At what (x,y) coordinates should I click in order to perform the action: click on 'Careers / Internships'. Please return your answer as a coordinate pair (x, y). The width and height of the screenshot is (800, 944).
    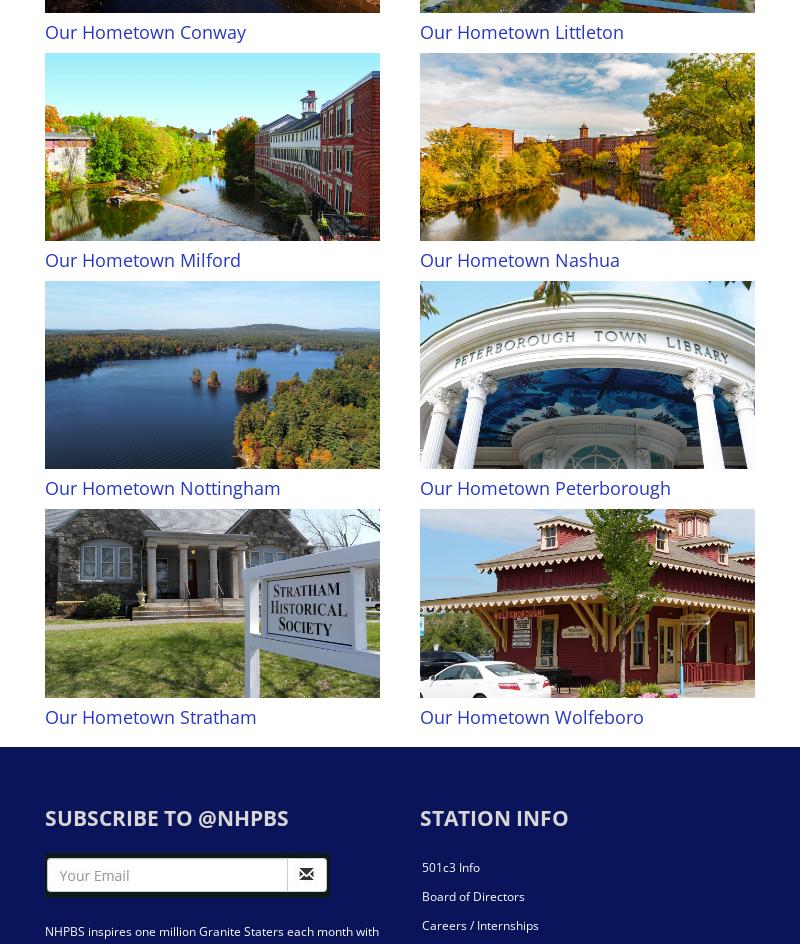
    Looking at the image, I should click on (480, 923).